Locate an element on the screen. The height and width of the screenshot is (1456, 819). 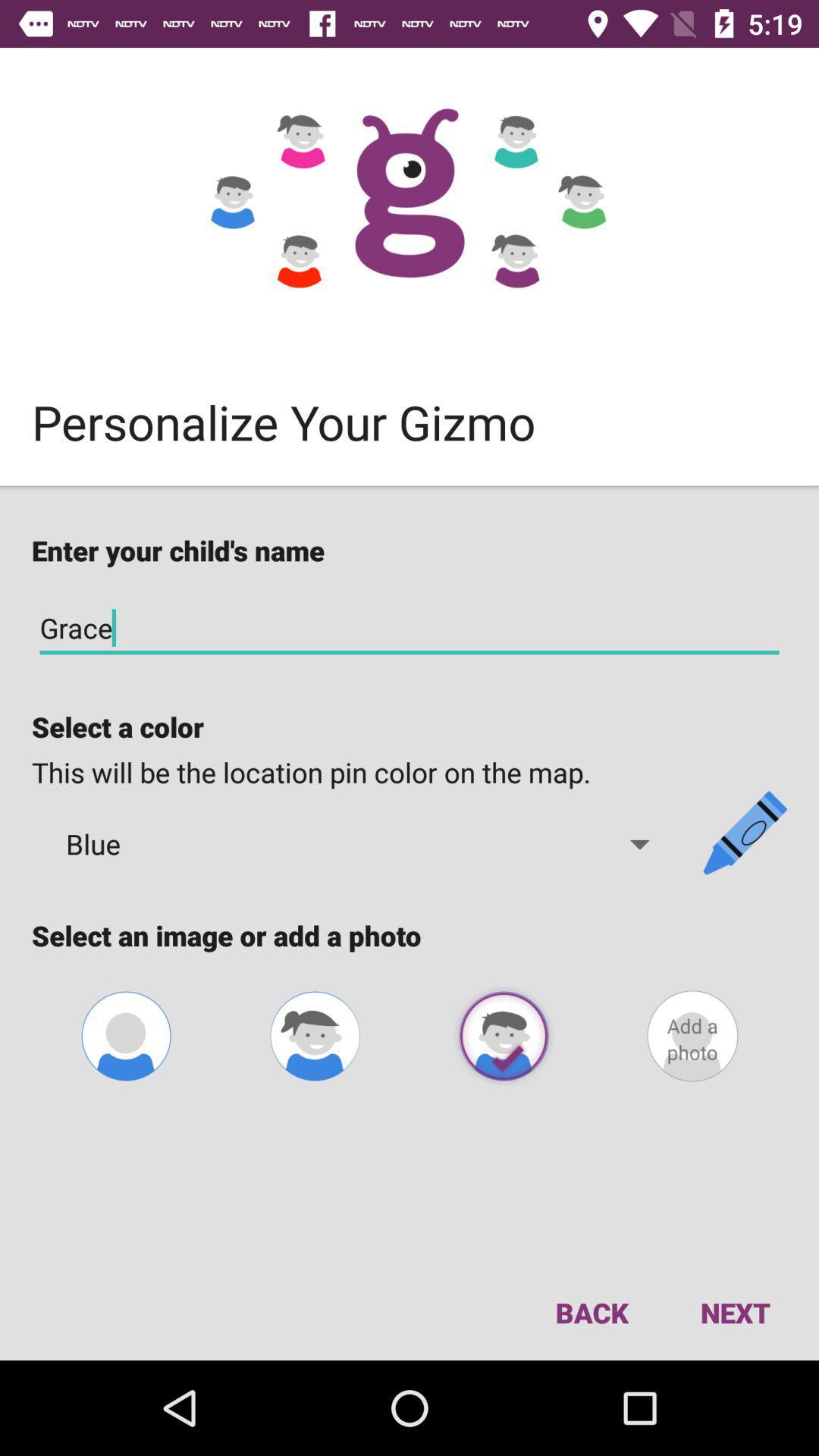
the avatar icon is located at coordinates (314, 1035).